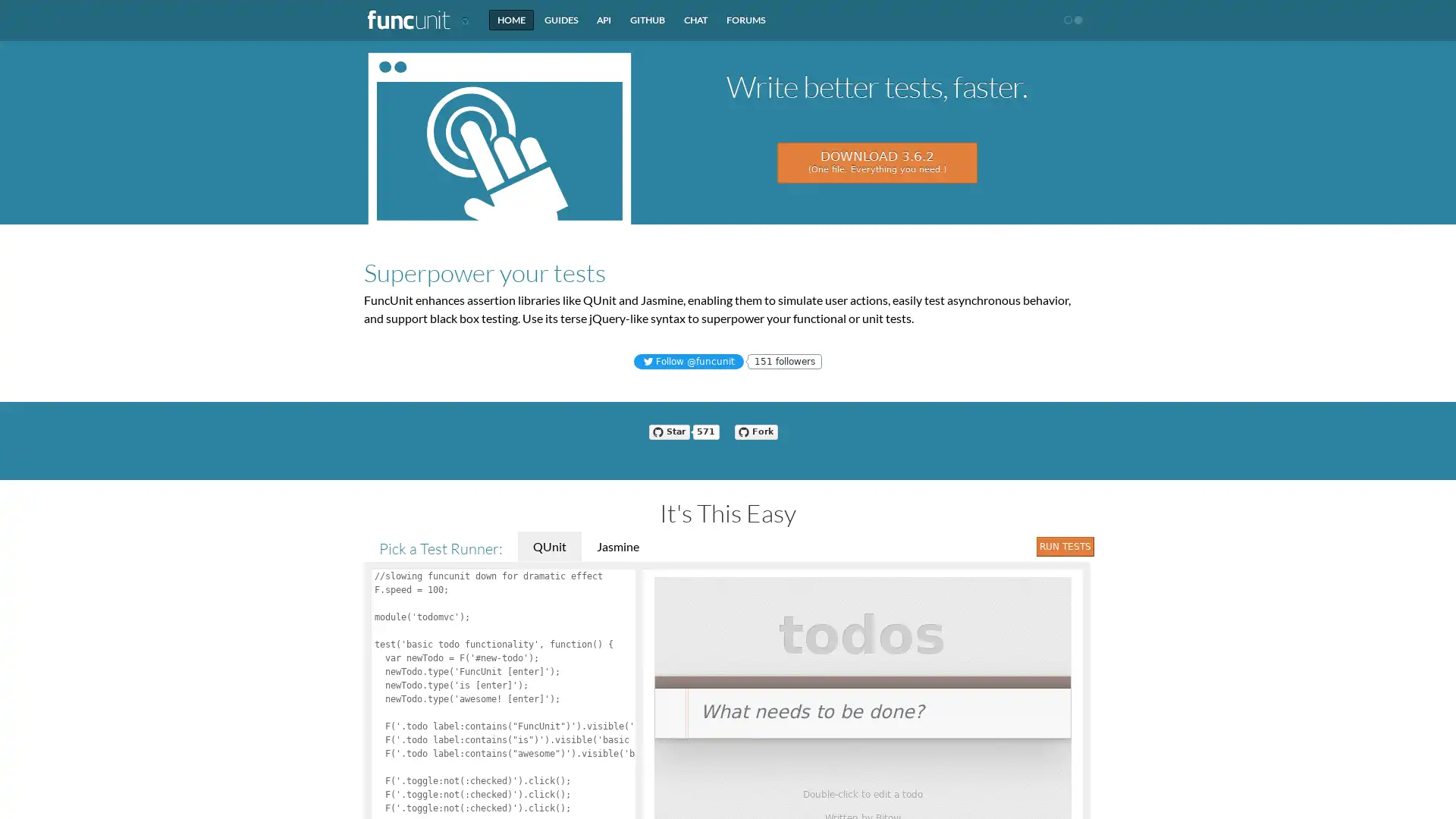 This screenshot has width=1456, height=819. Describe the element at coordinates (1065, 547) in the screenshot. I see `Run Tests` at that location.